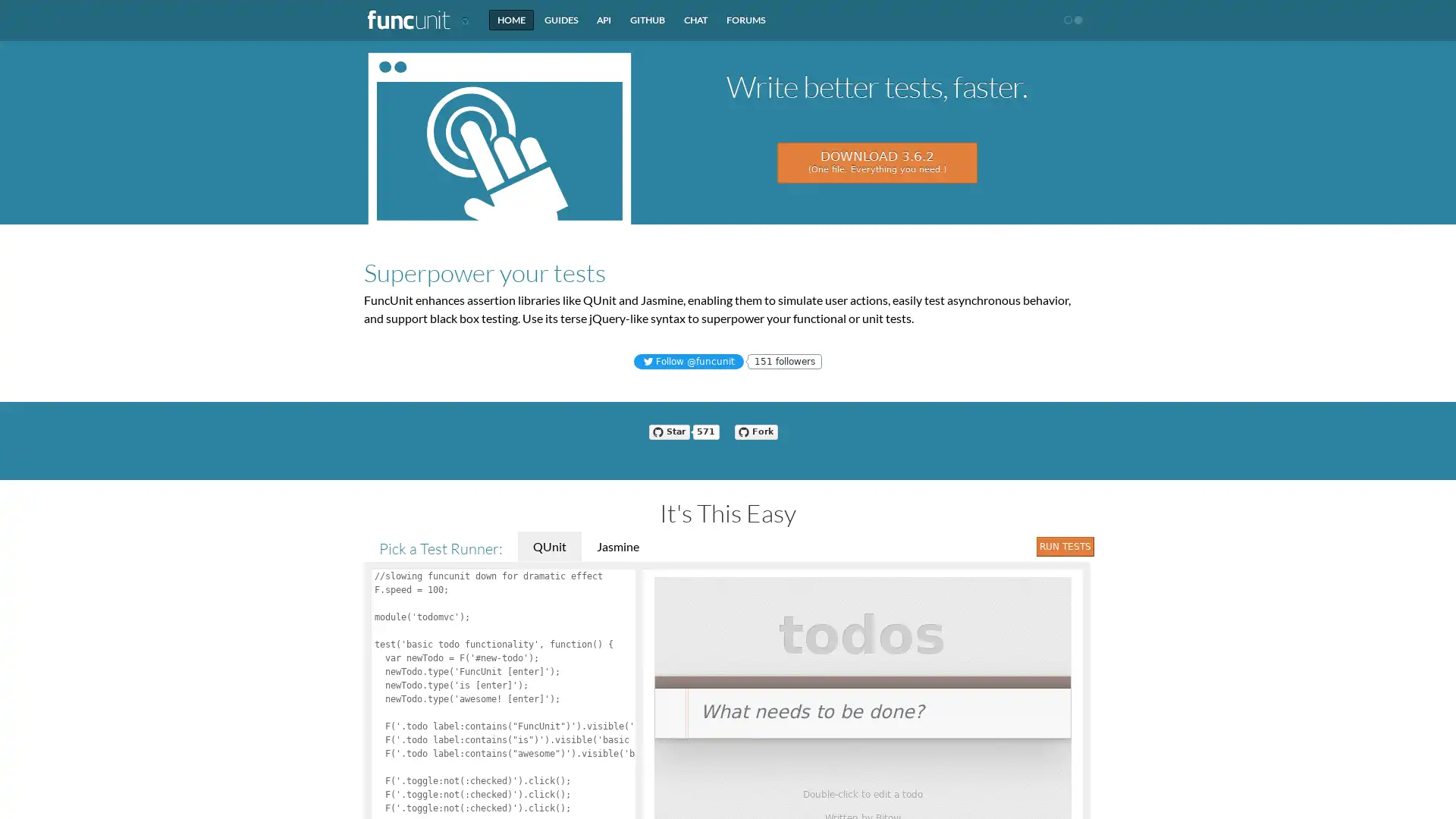 This screenshot has width=1456, height=819. Describe the element at coordinates (1065, 547) in the screenshot. I see `Run Tests` at that location.